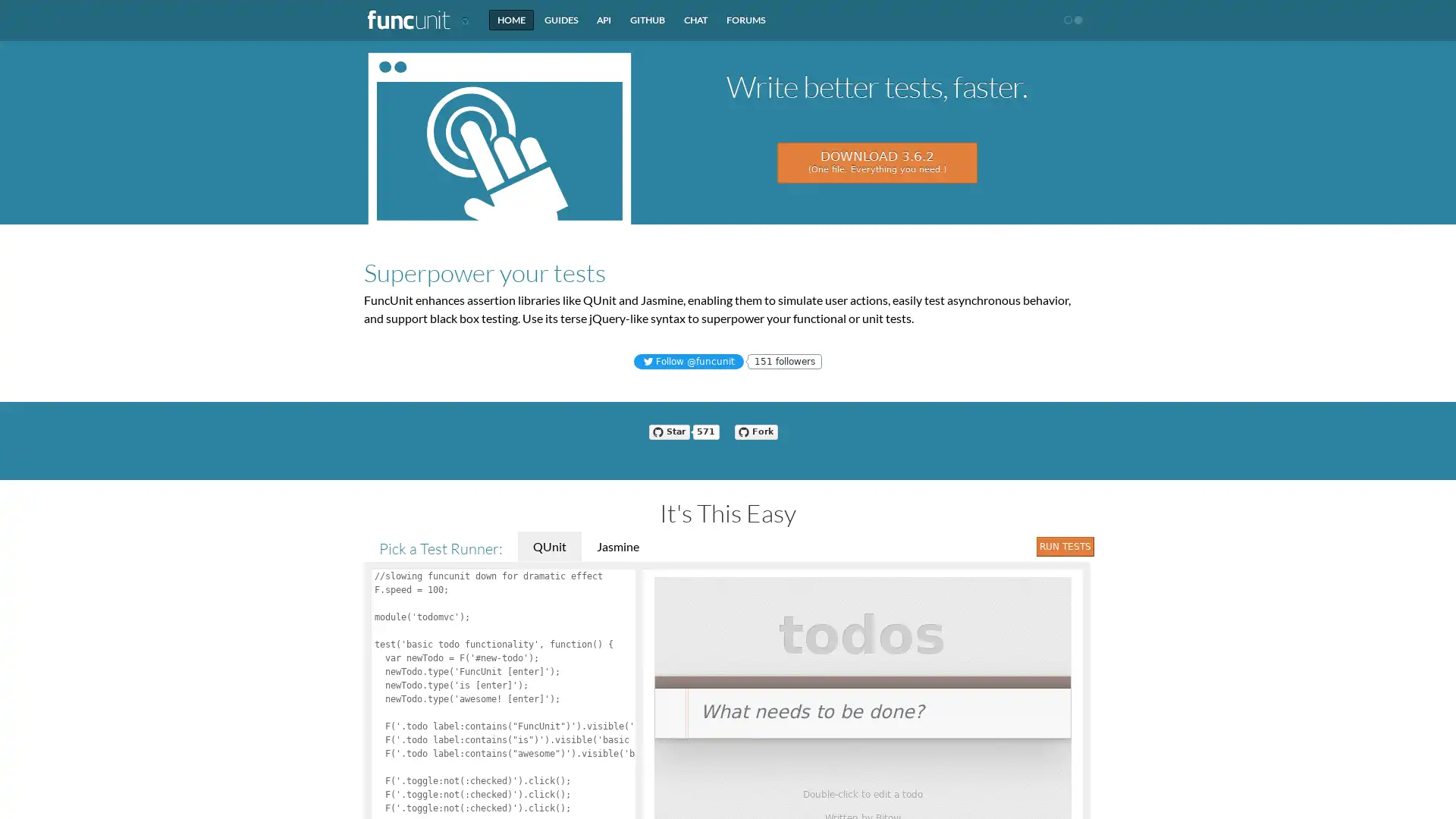 This screenshot has width=1456, height=819. Describe the element at coordinates (1065, 547) in the screenshot. I see `Run Tests` at that location.